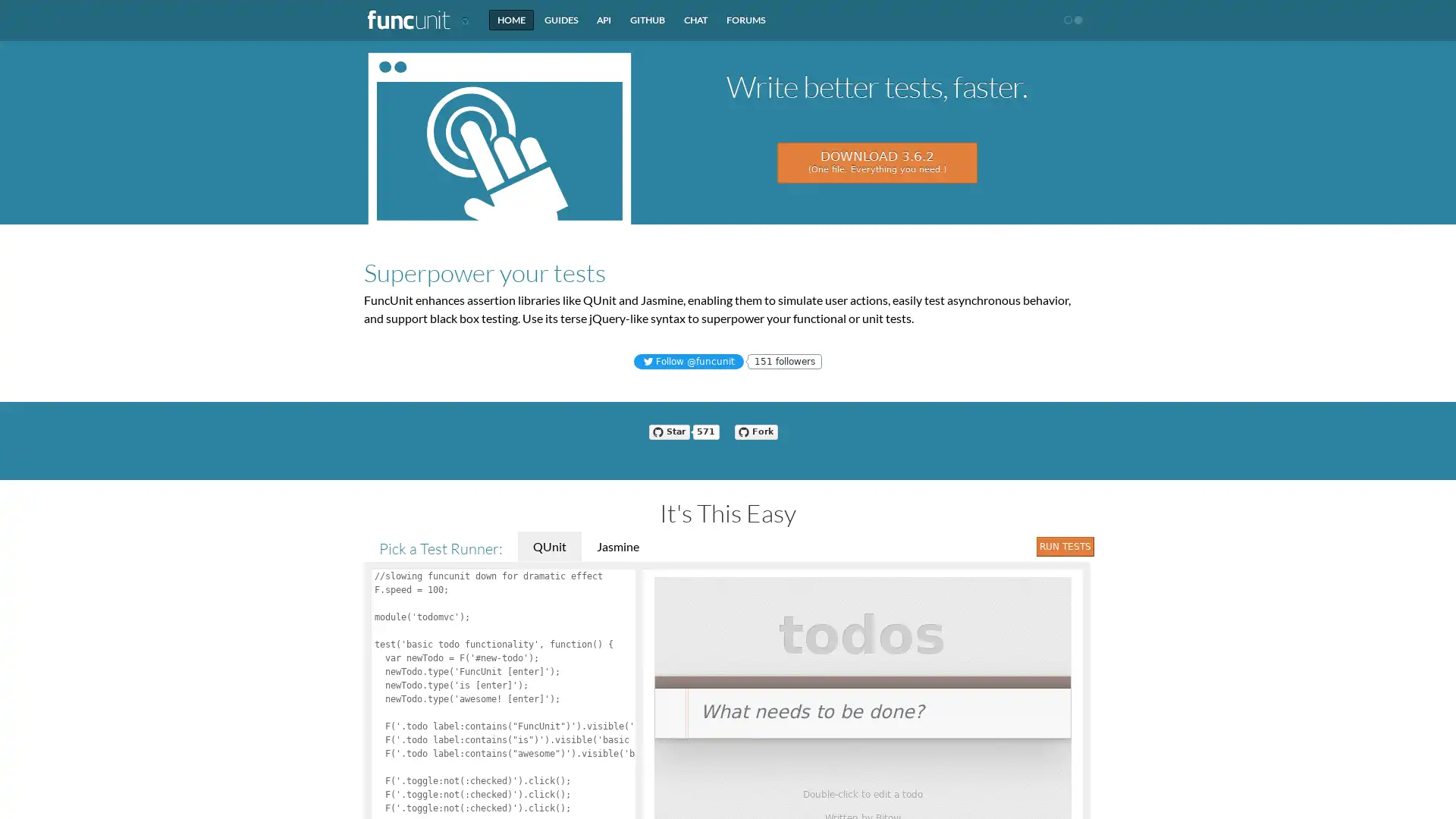 This screenshot has width=1456, height=819. Describe the element at coordinates (1065, 547) in the screenshot. I see `Run Tests` at that location.